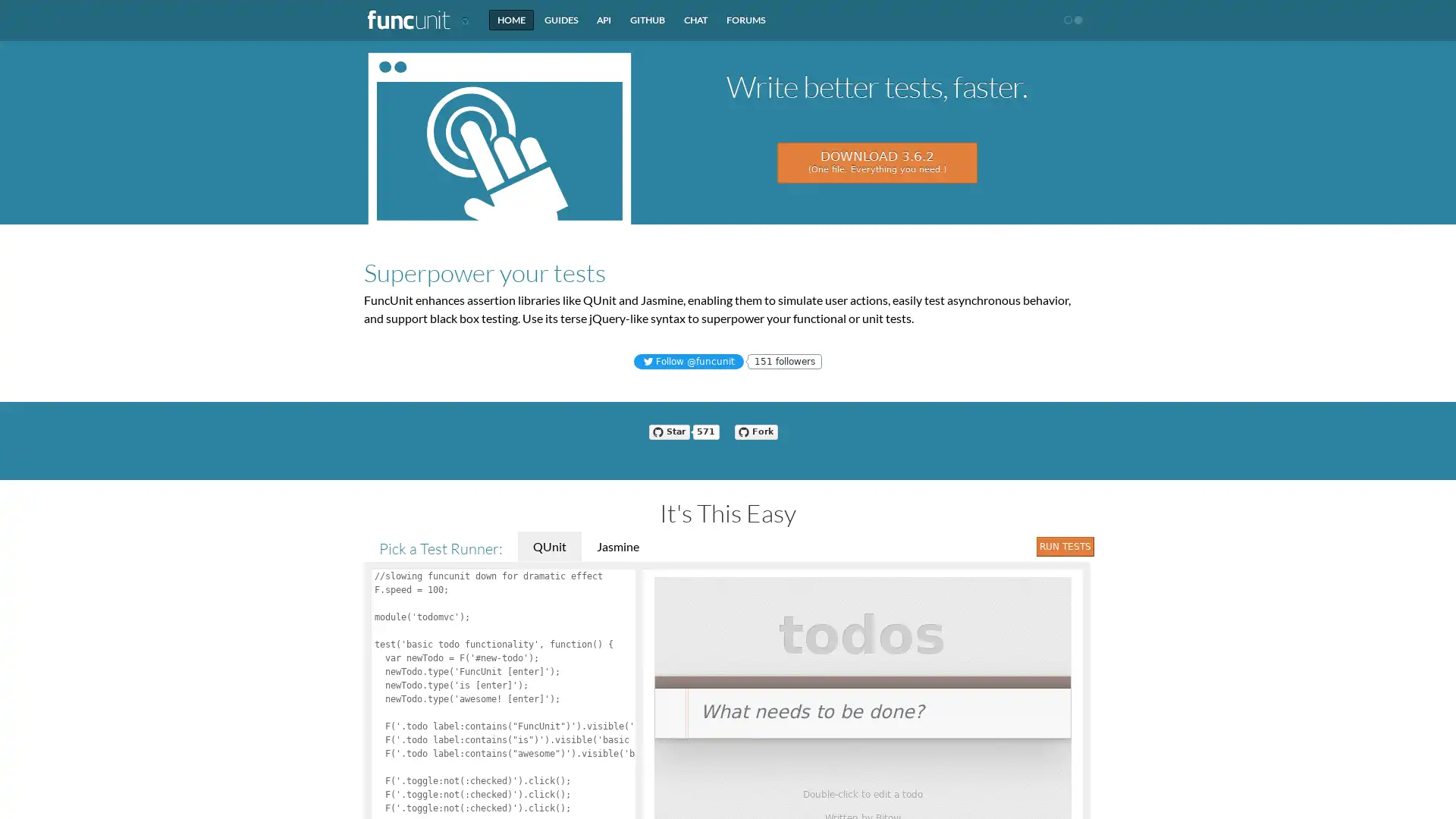 This screenshot has width=1456, height=819. Describe the element at coordinates (1065, 547) in the screenshot. I see `Run Tests` at that location.